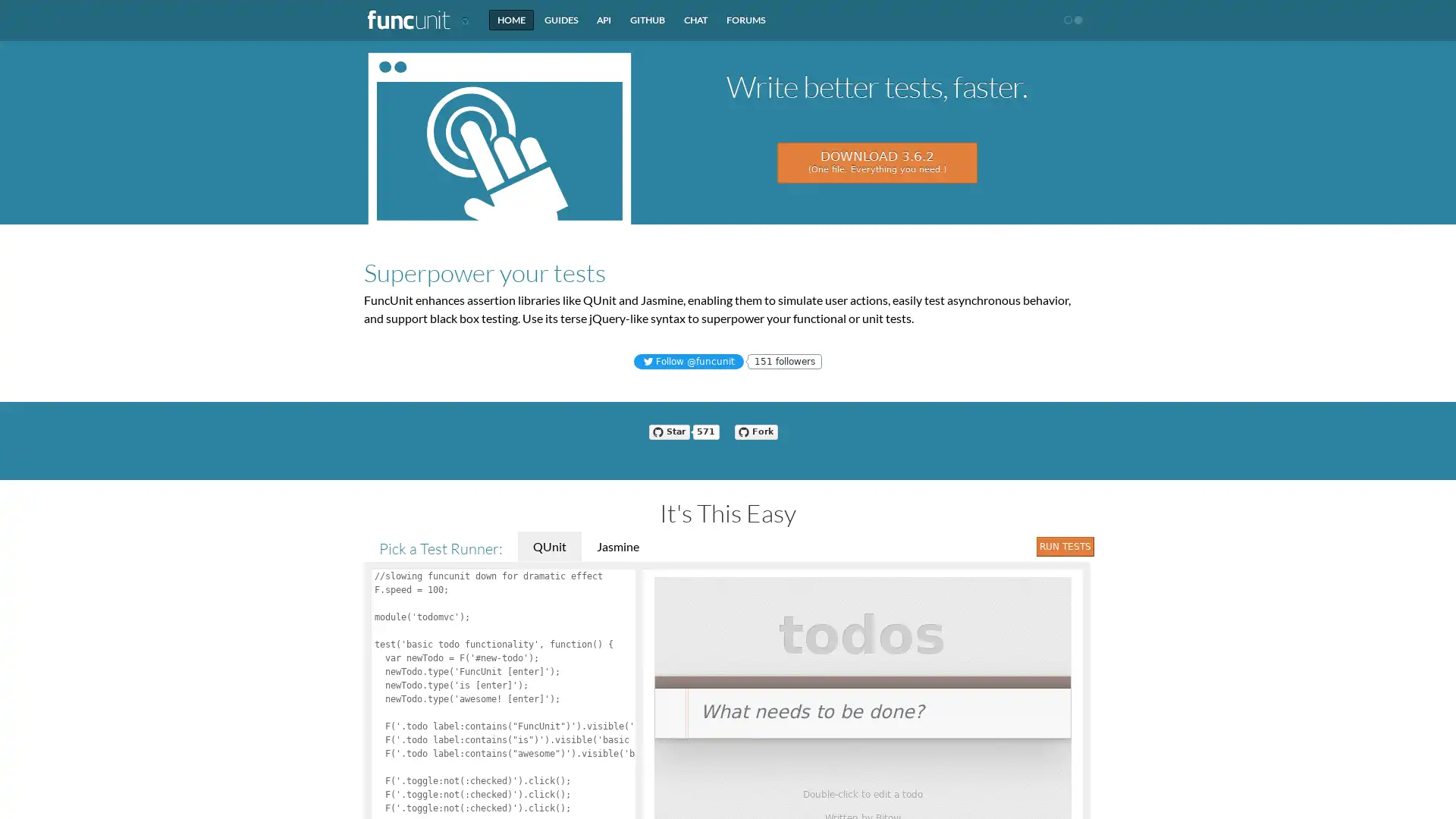 This screenshot has width=1456, height=819. Describe the element at coordinates (1065, 547) in the screenshot. I see `Run Tests` at that location.